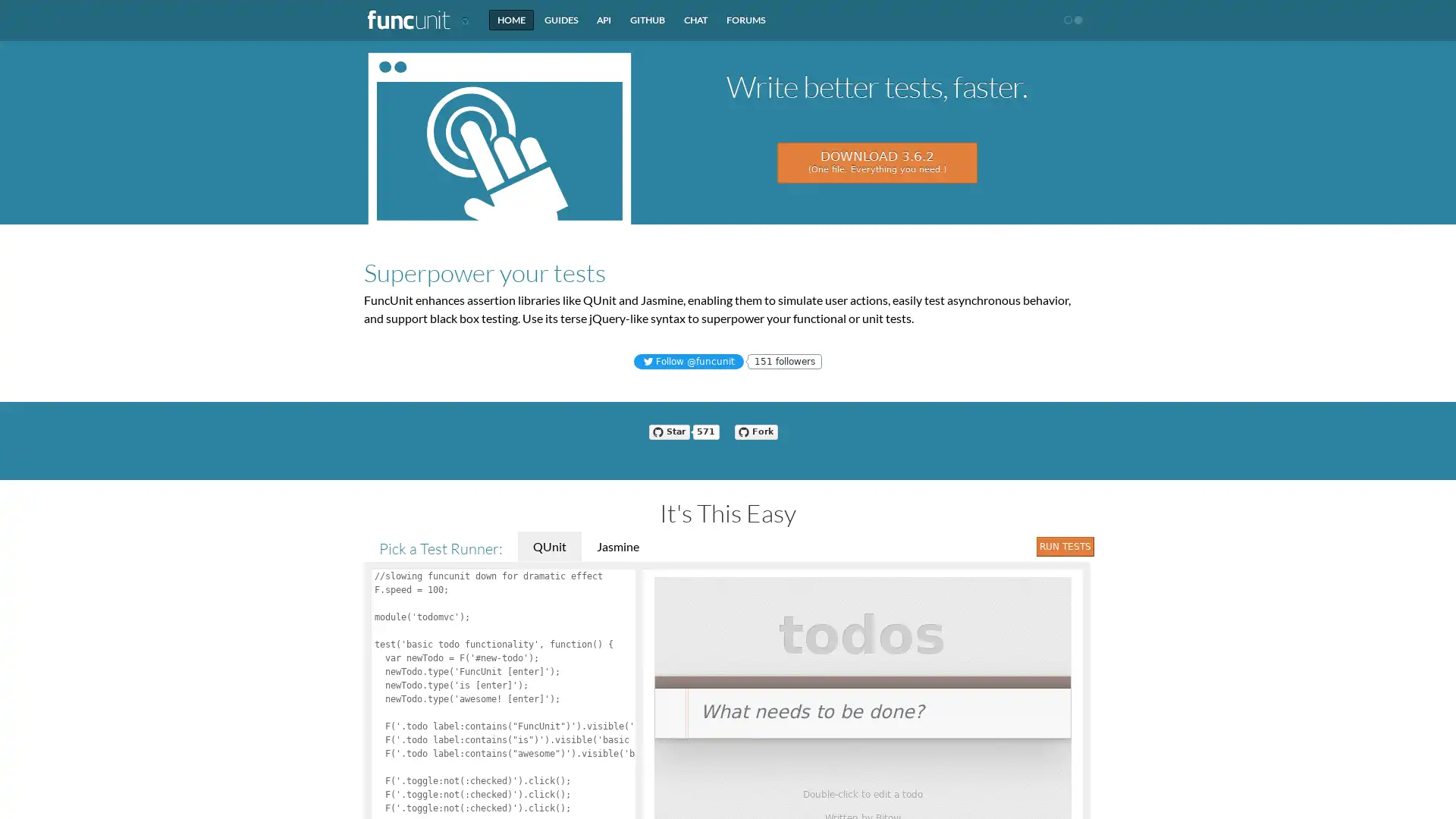 This screenshot has width=1456, height=819. Describe the element at coordinates (1065, 547) in the screenshot. I see `Run Tests` at that location.